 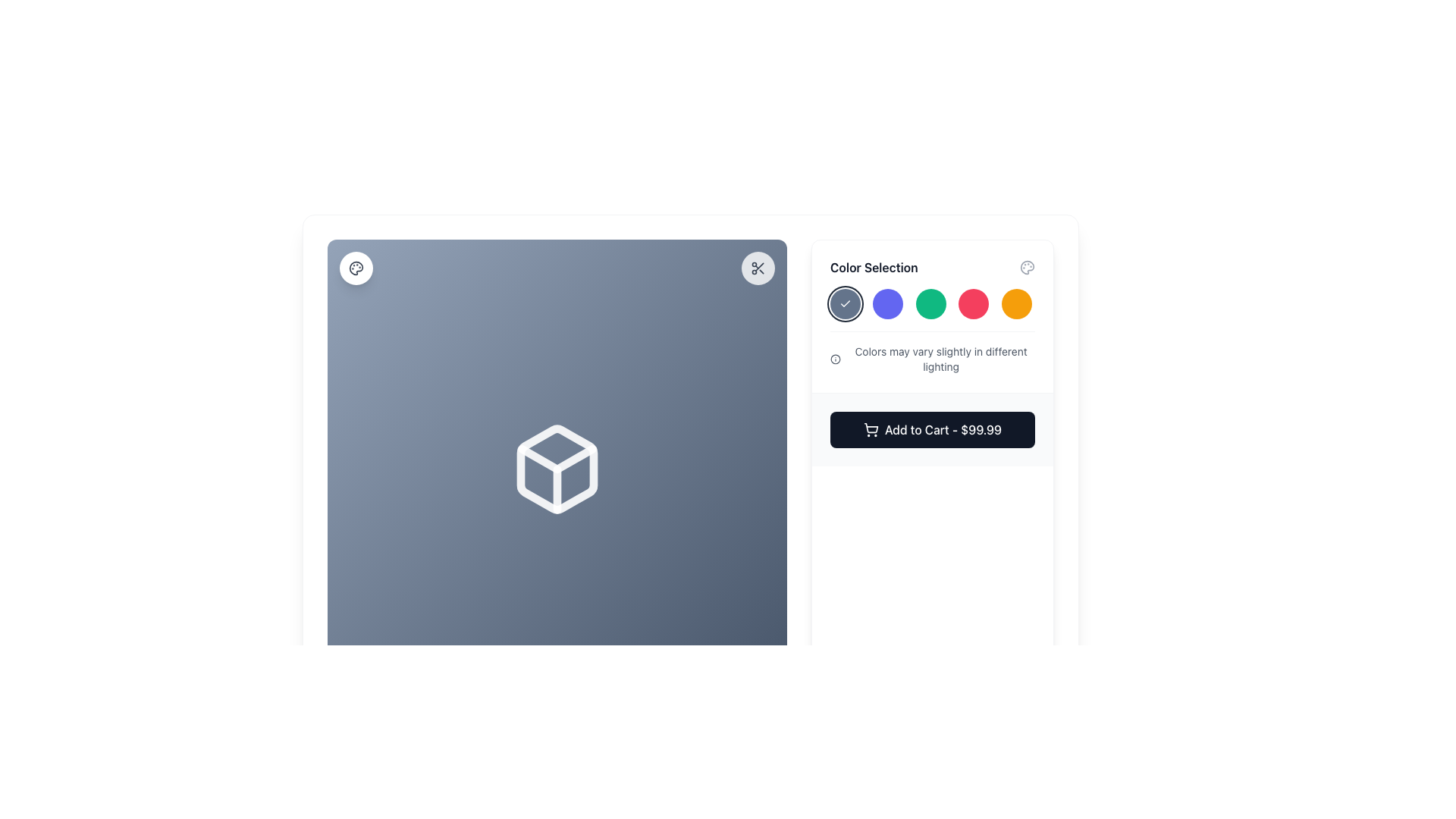 I want to click on the fourth circular icon with a red background in the color selection set, so click(x=974, y=304).